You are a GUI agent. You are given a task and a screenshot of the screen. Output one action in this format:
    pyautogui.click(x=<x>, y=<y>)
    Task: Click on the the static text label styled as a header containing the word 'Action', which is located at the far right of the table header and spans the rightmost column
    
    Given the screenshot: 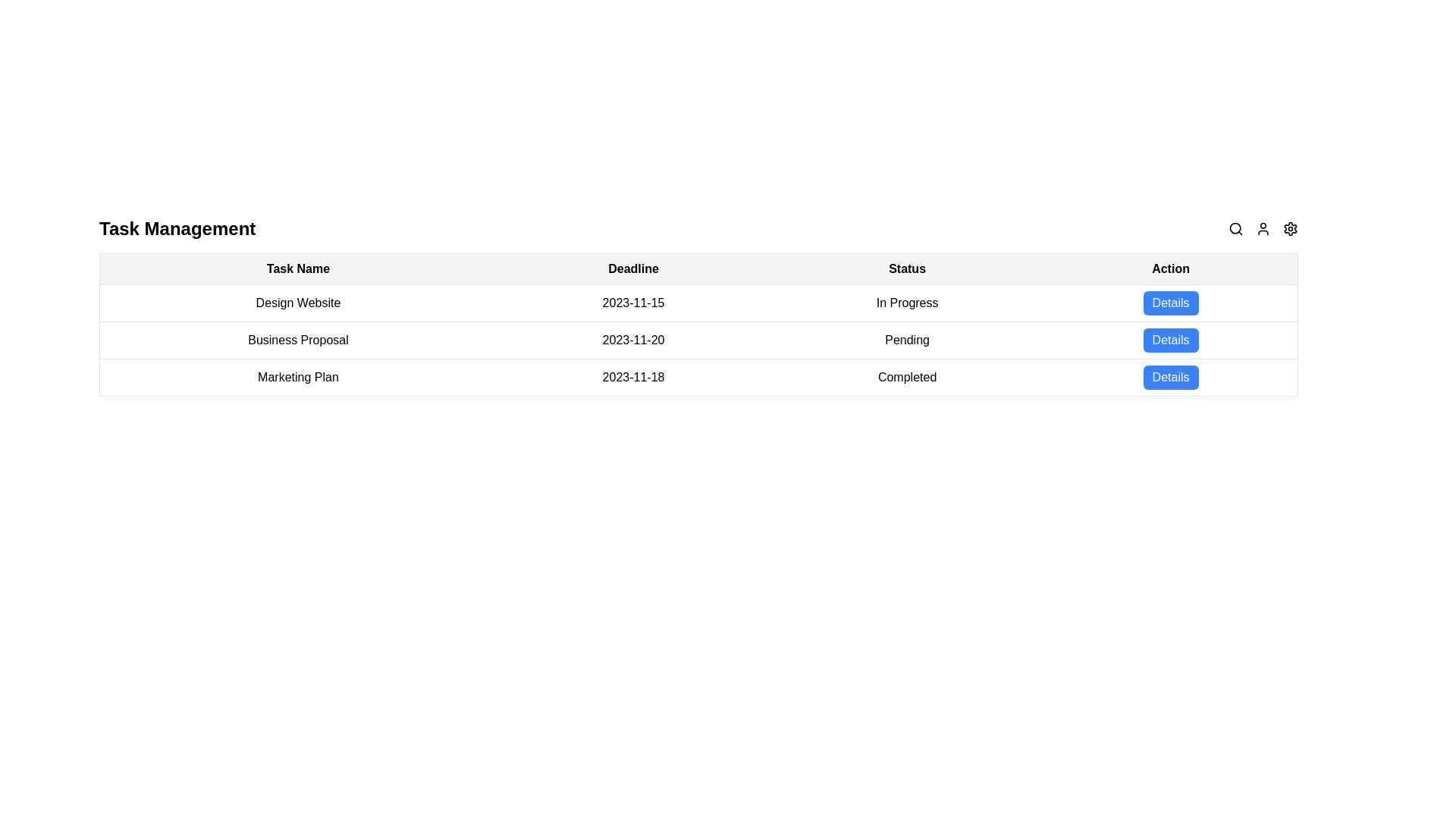 What is the action you would take?
    pyautogui.click(x=1170, y=268)
    